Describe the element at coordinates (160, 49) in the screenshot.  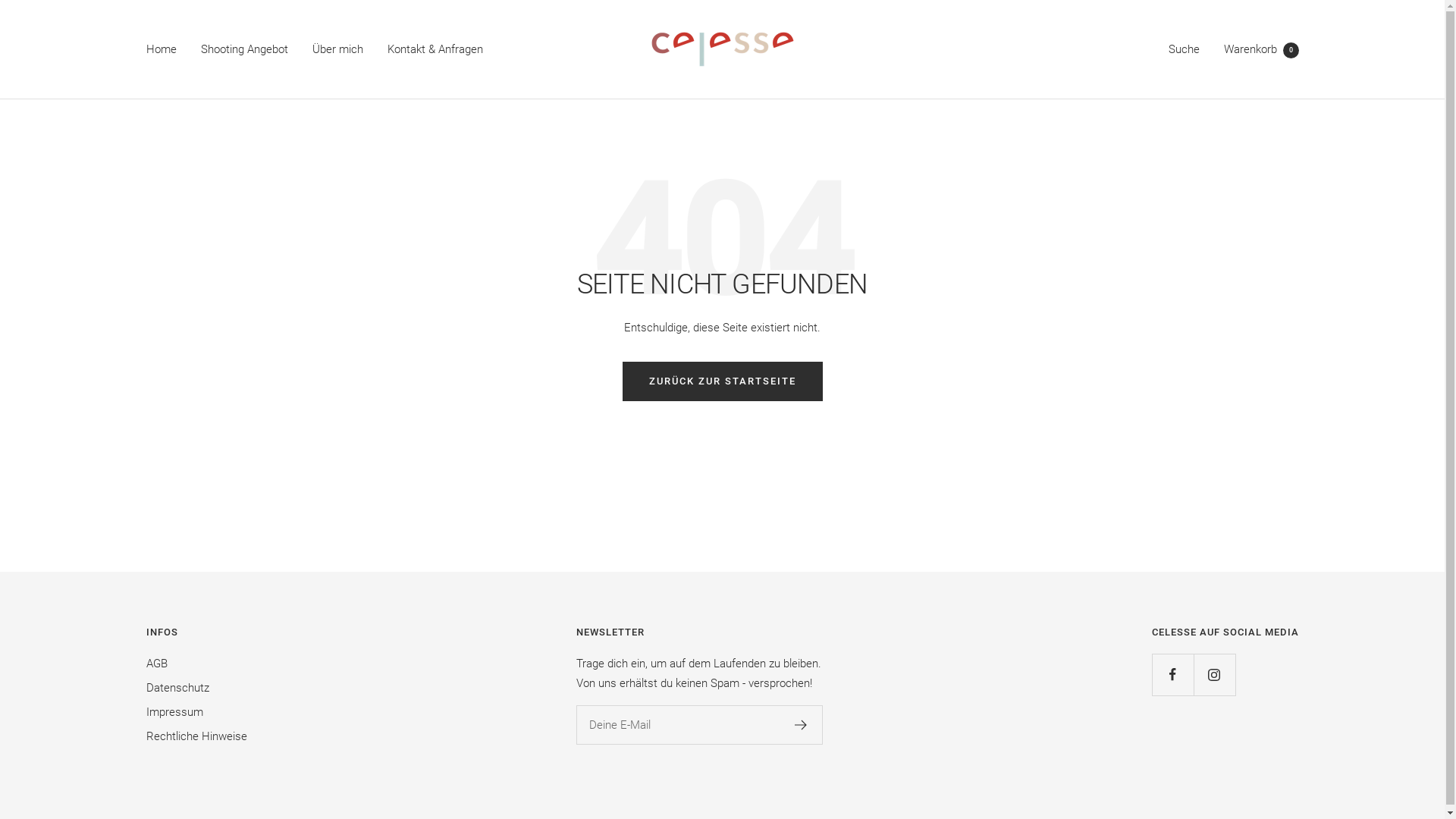
I see `'Home'` at that location.